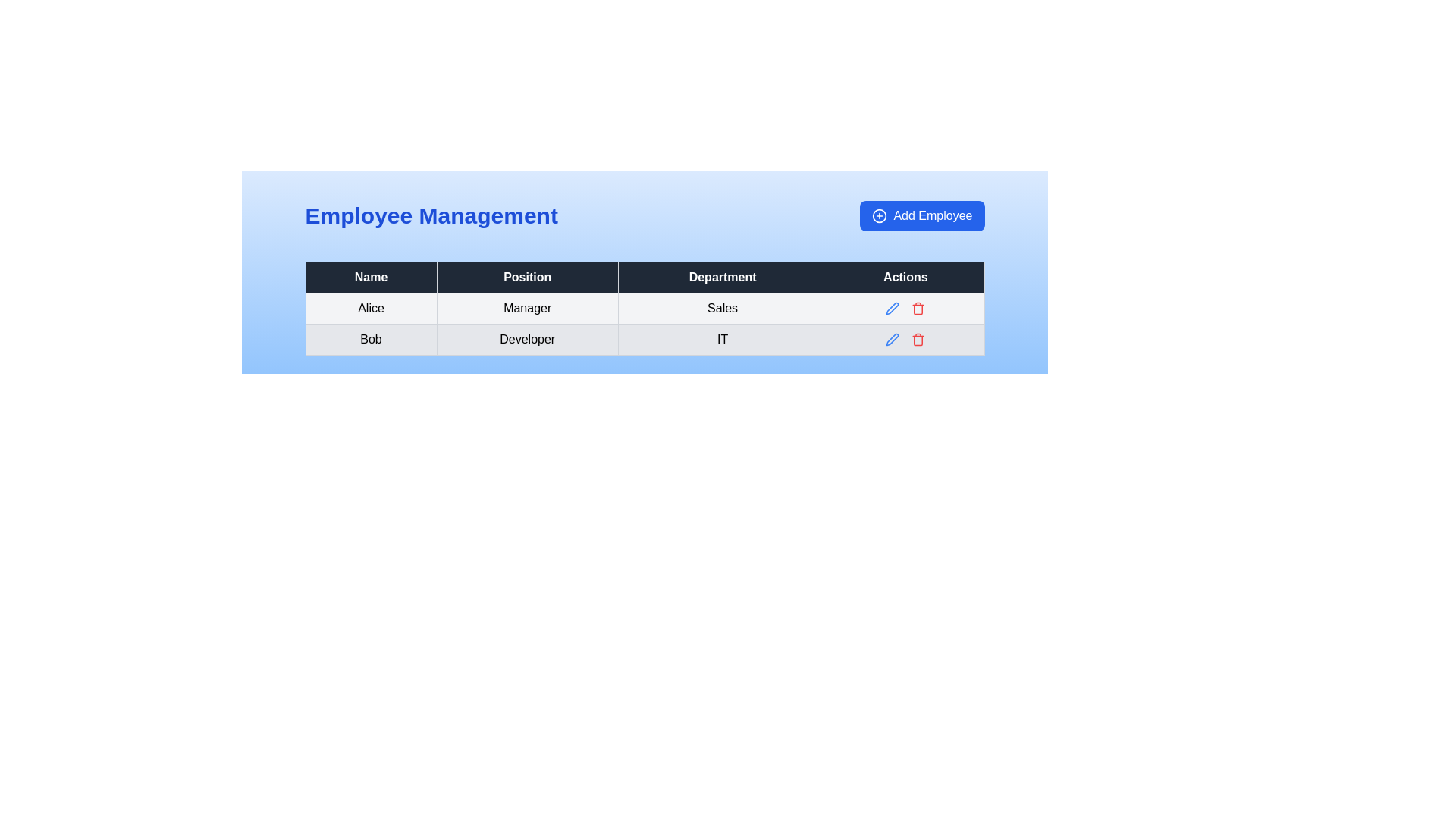  I want to click on the 'Add Employee' button located at the upper-right corner of the section, adjacent to the 'Employee Management' title, so click(921, 216).